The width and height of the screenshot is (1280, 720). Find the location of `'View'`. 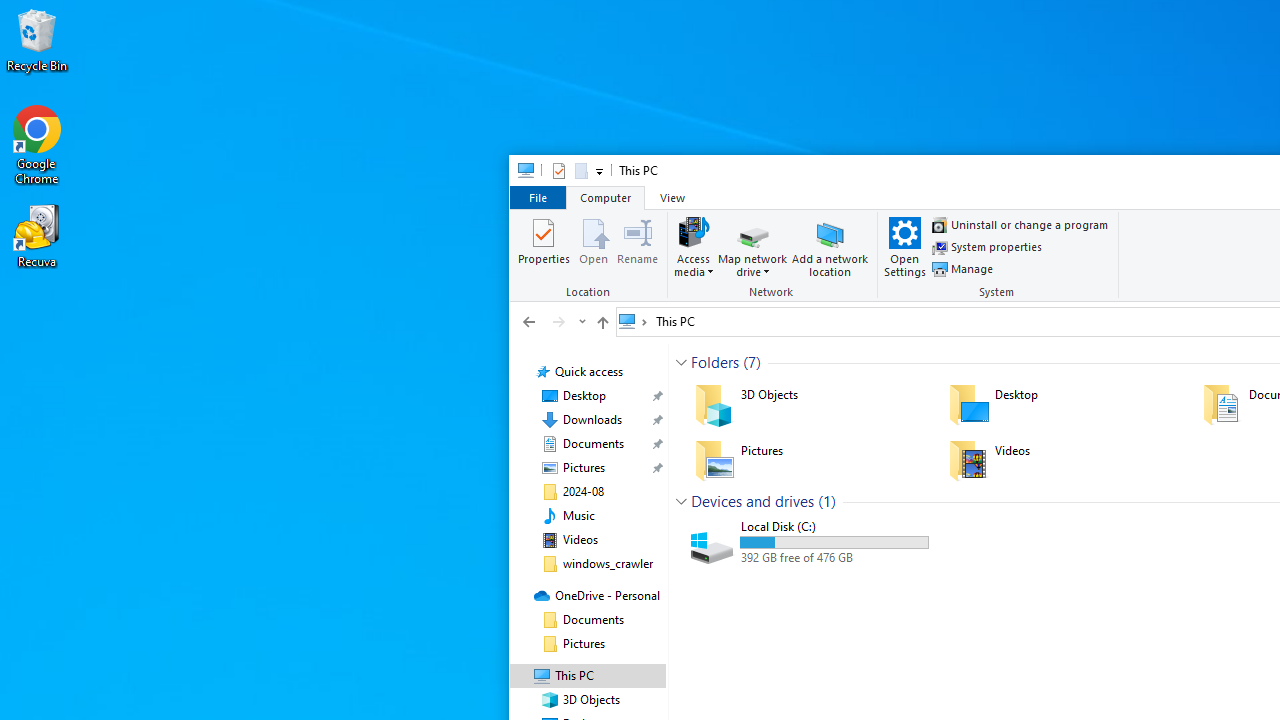

'View' is located at coordinates (672, 197).